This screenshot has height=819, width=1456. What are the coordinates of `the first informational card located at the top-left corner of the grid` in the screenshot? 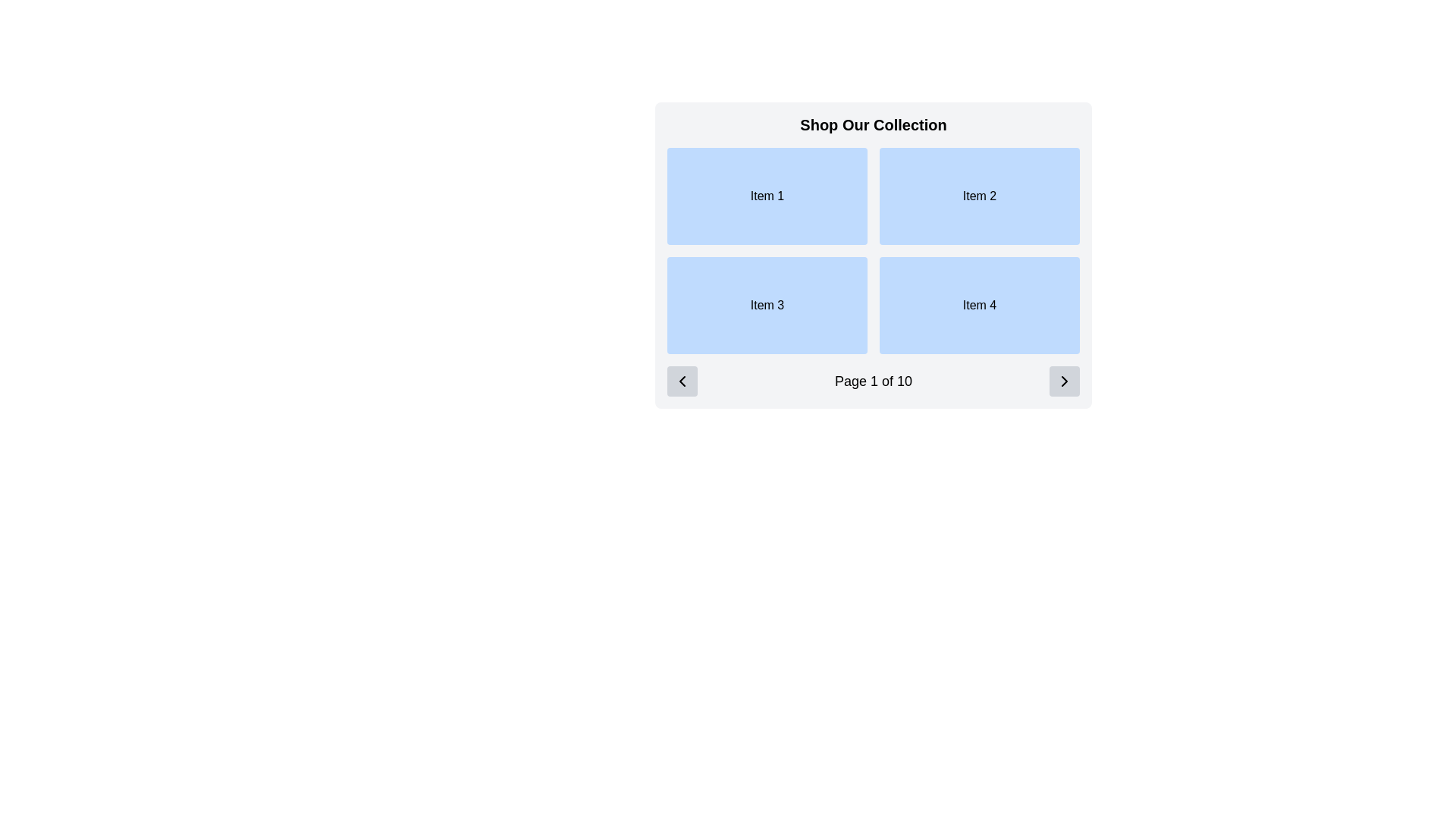 It's located at (767, 195).